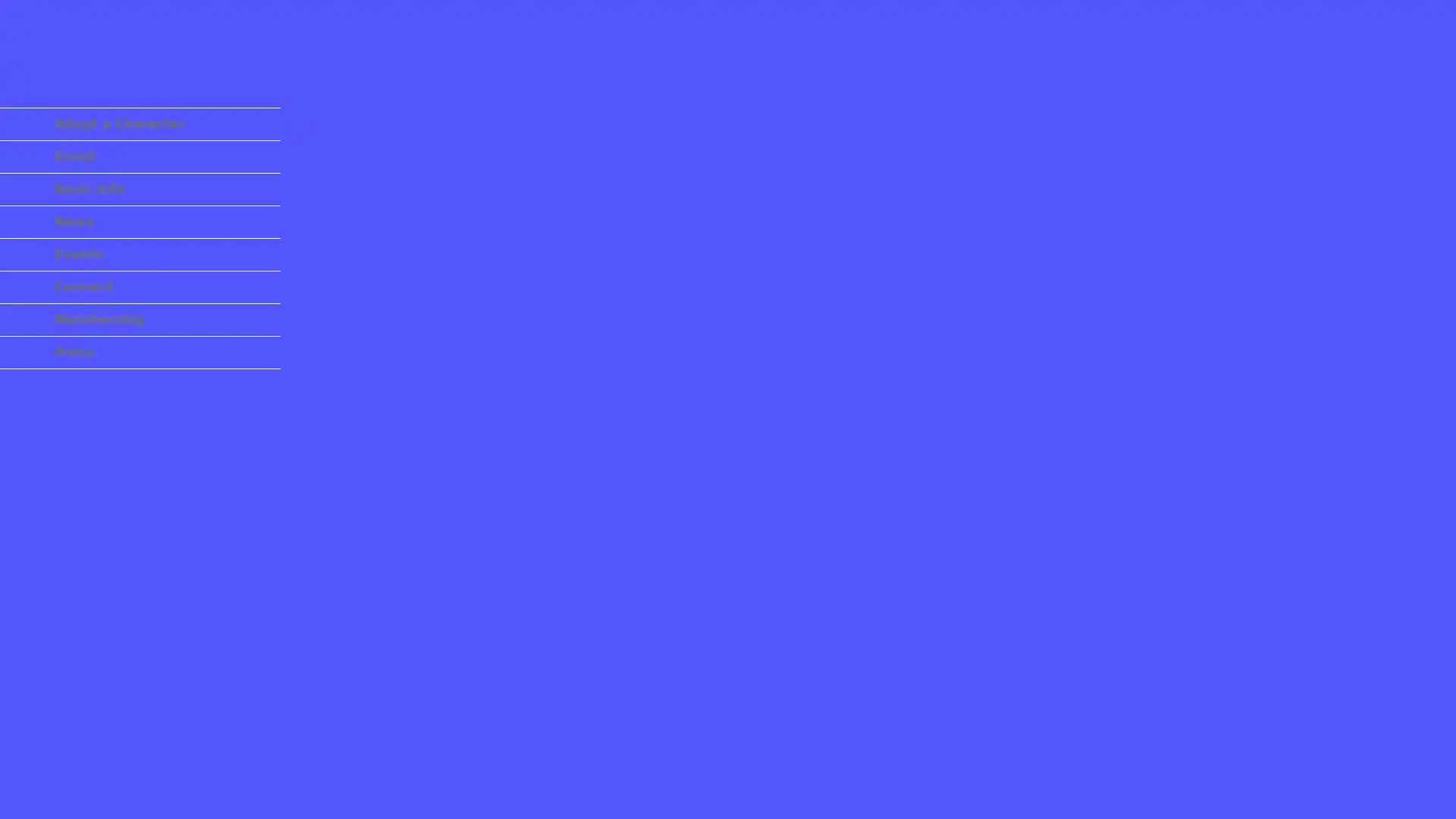  What do you see at coordinates (451, 650) in the screenshot?
I see `U+FF9F` at bounding box center [451, 650].